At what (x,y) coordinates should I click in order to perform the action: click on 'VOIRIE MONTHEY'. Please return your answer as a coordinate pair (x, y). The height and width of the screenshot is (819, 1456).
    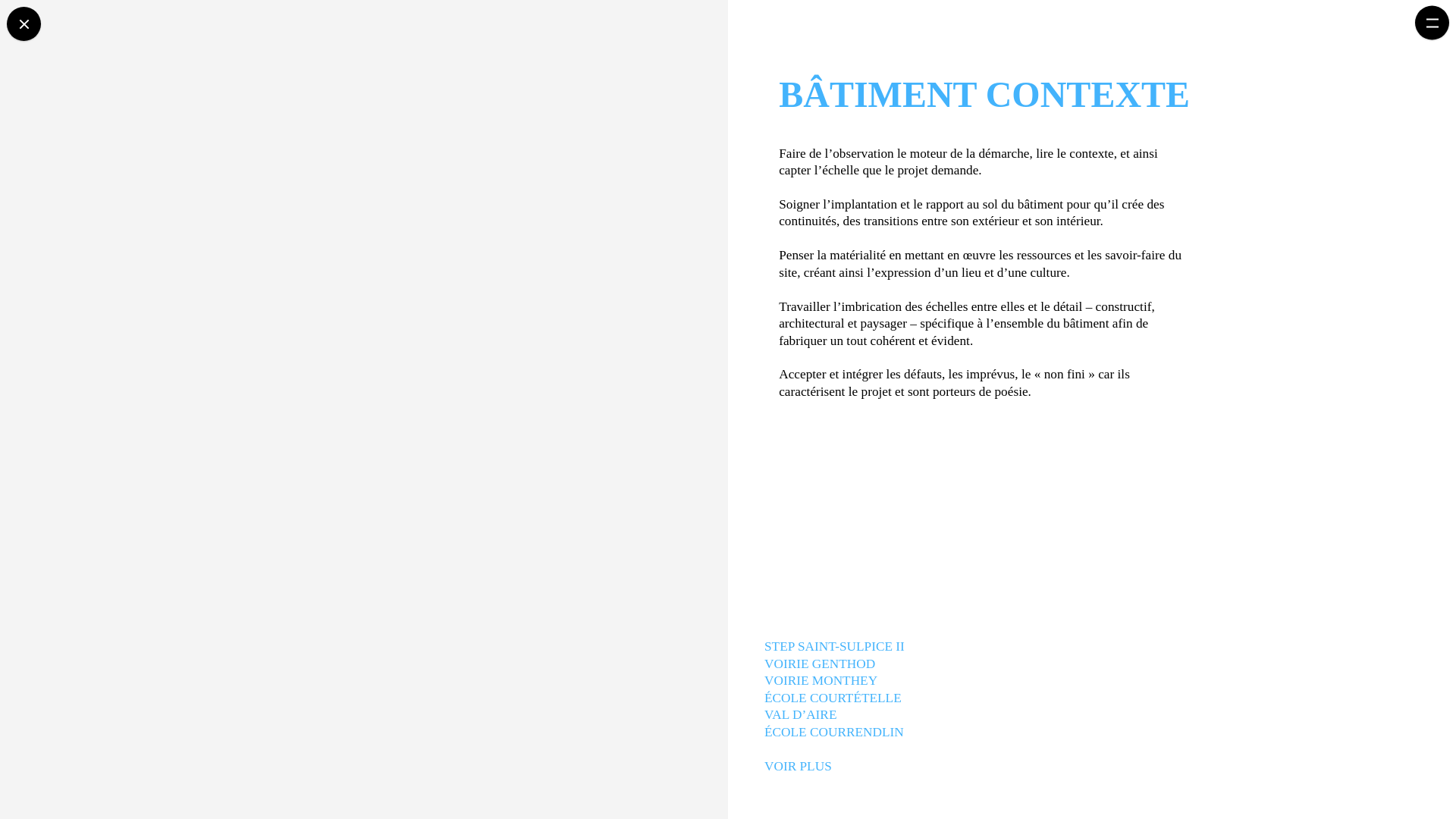
    Looking at the image, I should click on (821, 680).